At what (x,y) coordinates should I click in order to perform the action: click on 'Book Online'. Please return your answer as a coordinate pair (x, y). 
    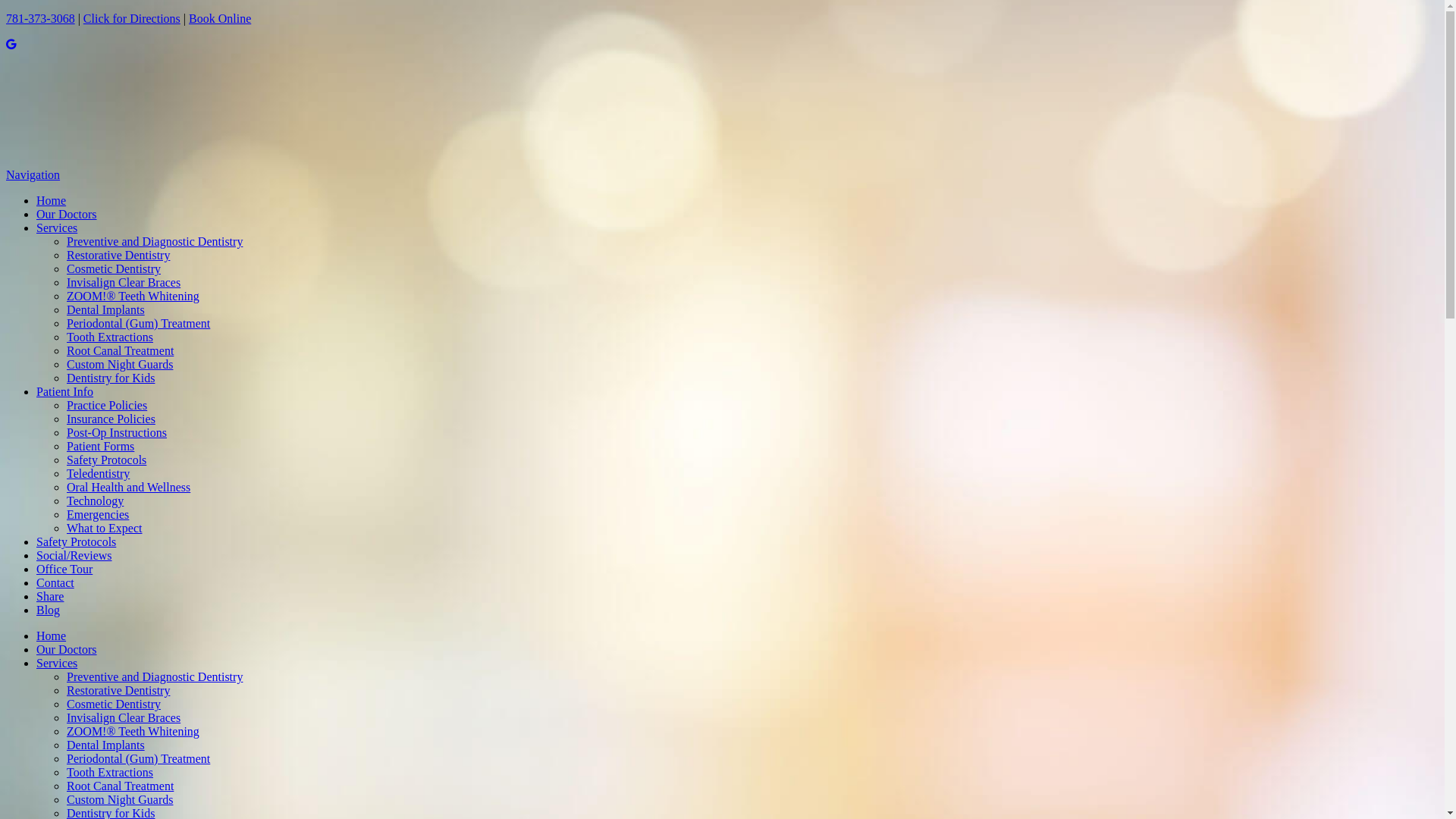
    Looking at the image, I should click on (218, 18).